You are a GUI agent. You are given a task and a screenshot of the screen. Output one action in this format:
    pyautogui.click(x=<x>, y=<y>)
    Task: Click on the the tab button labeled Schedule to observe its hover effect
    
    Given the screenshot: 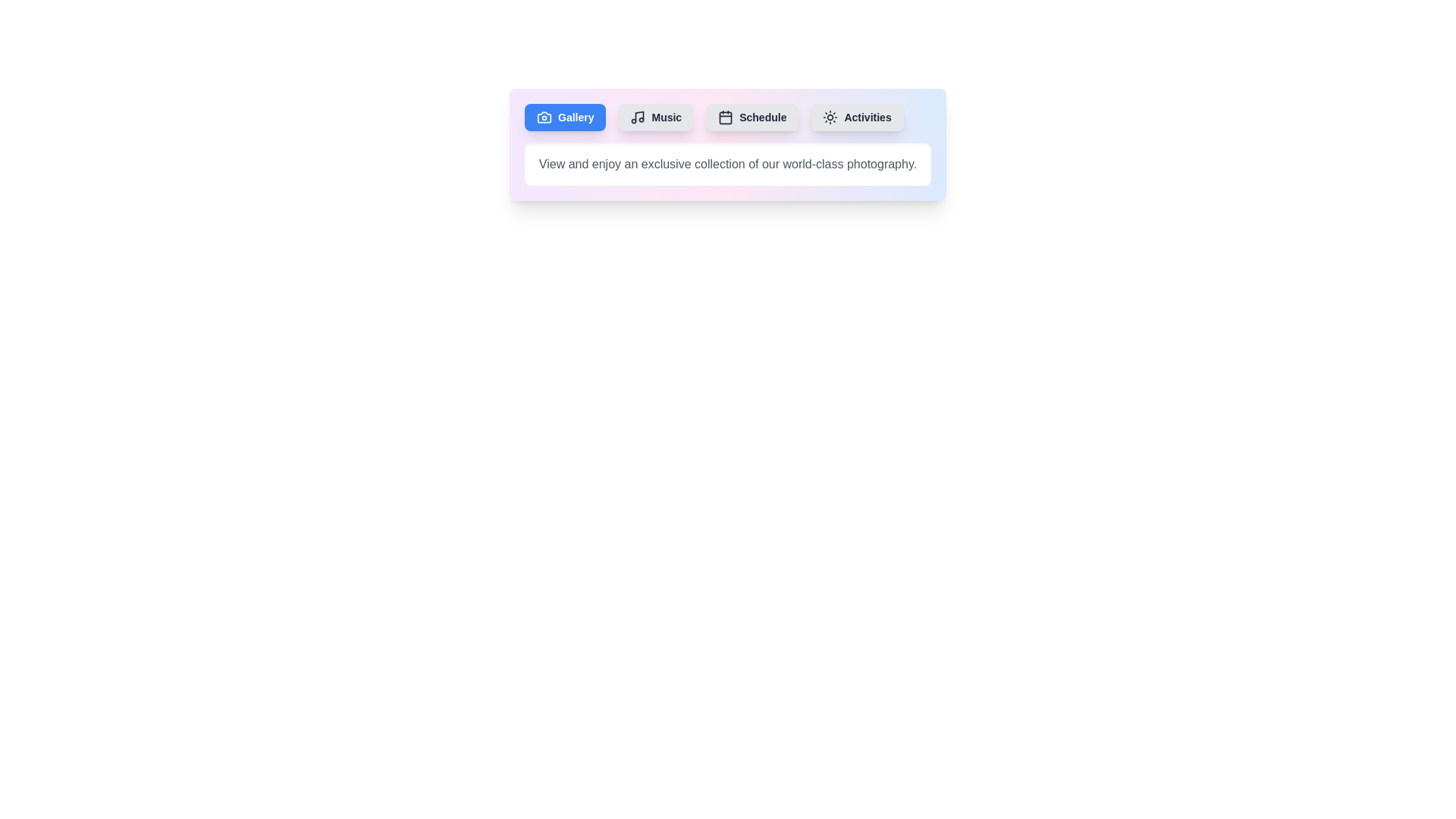 What is the action you would take?
    pyautogui.click(x=752, y=116)
    